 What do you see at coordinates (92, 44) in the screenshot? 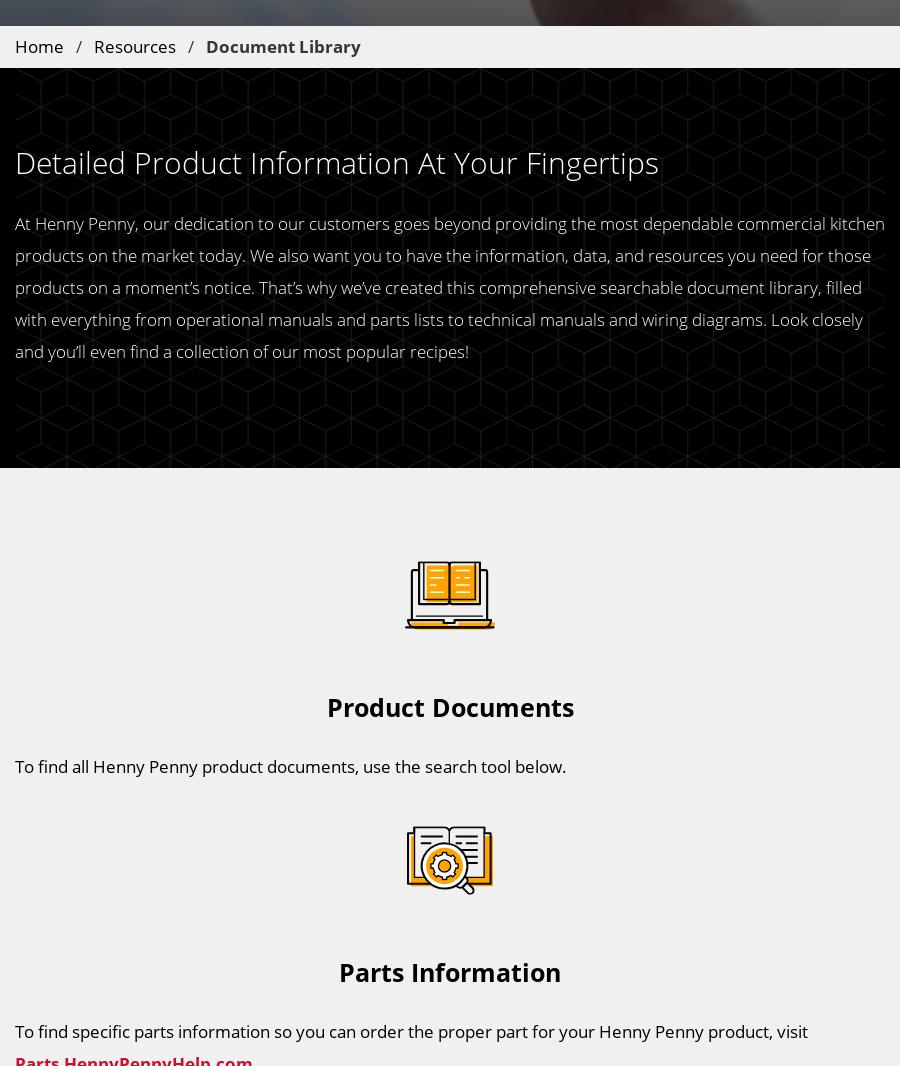
I see `'Resources'` at bounding box center [92, 44].